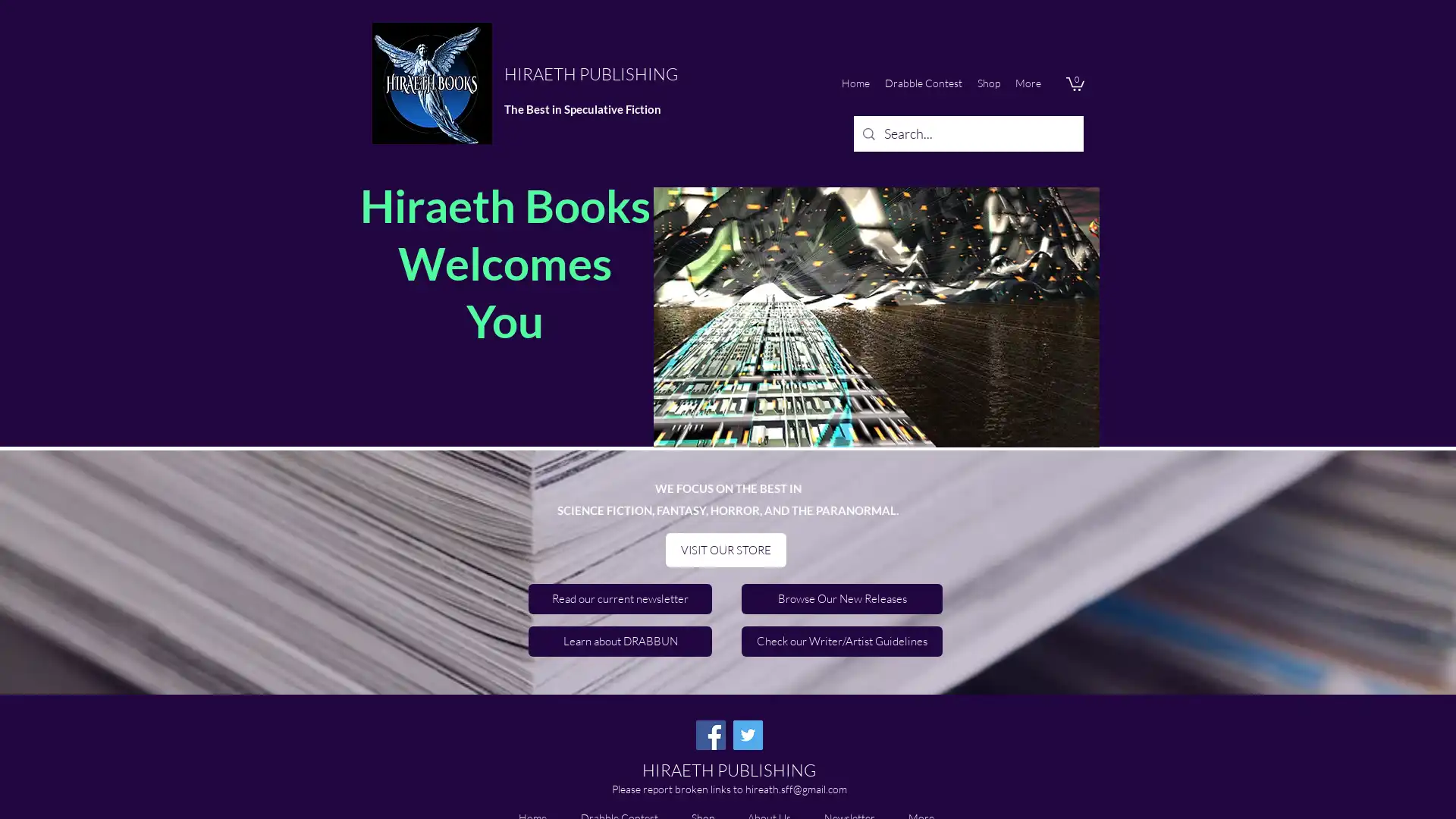 The width and height of the screenshot is (1456, 819). What do you see at coordinates (1074, 83) in the screenshot?
I see `Cart with 0 items` at bounding box center [1074, 83].